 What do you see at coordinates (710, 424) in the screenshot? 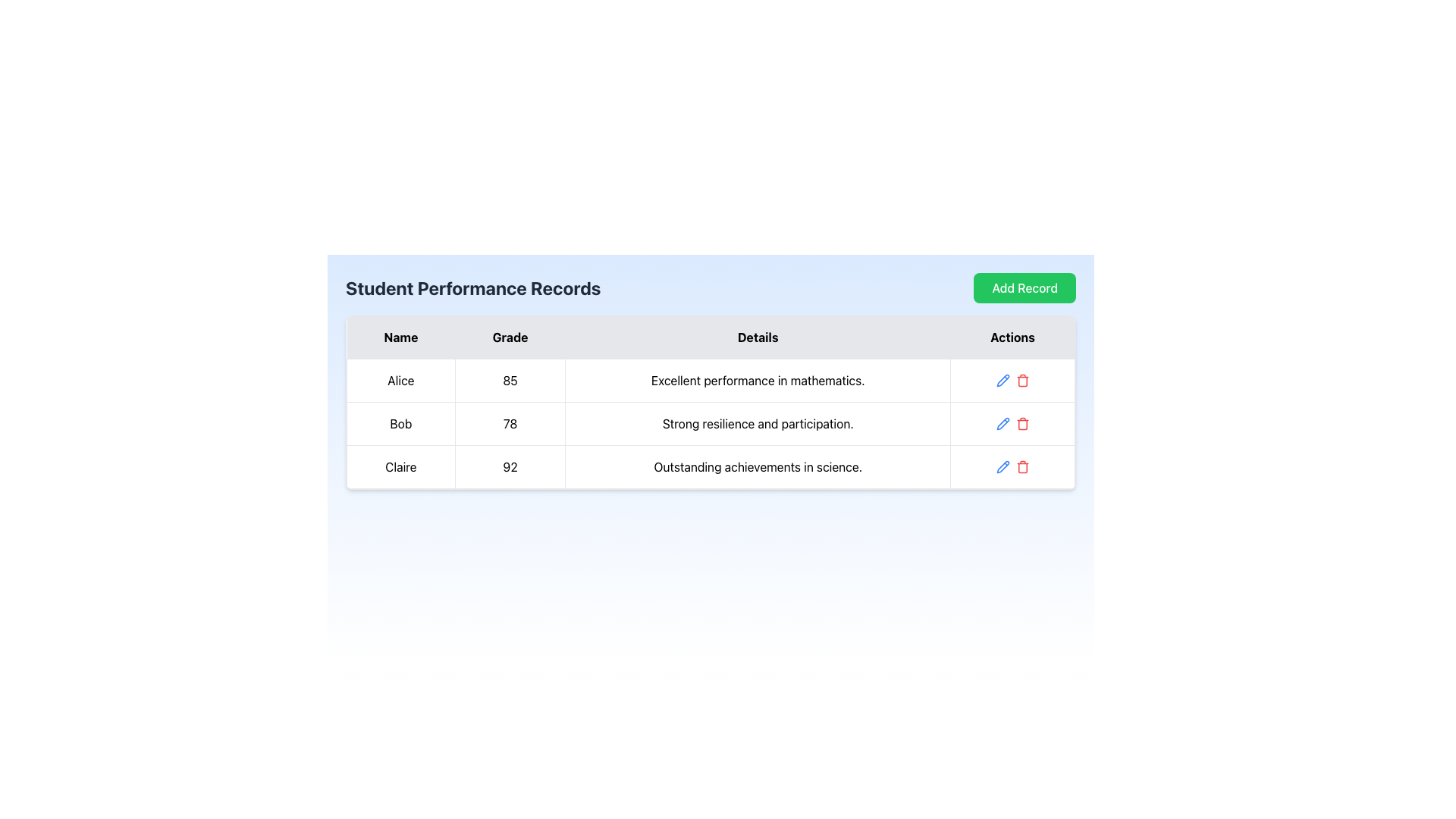
I see `the table row displaying 'Bob 78 Strong resilience and participation.' which is located under the 'Student Performance Records' section` at bounding box center [710, 424].